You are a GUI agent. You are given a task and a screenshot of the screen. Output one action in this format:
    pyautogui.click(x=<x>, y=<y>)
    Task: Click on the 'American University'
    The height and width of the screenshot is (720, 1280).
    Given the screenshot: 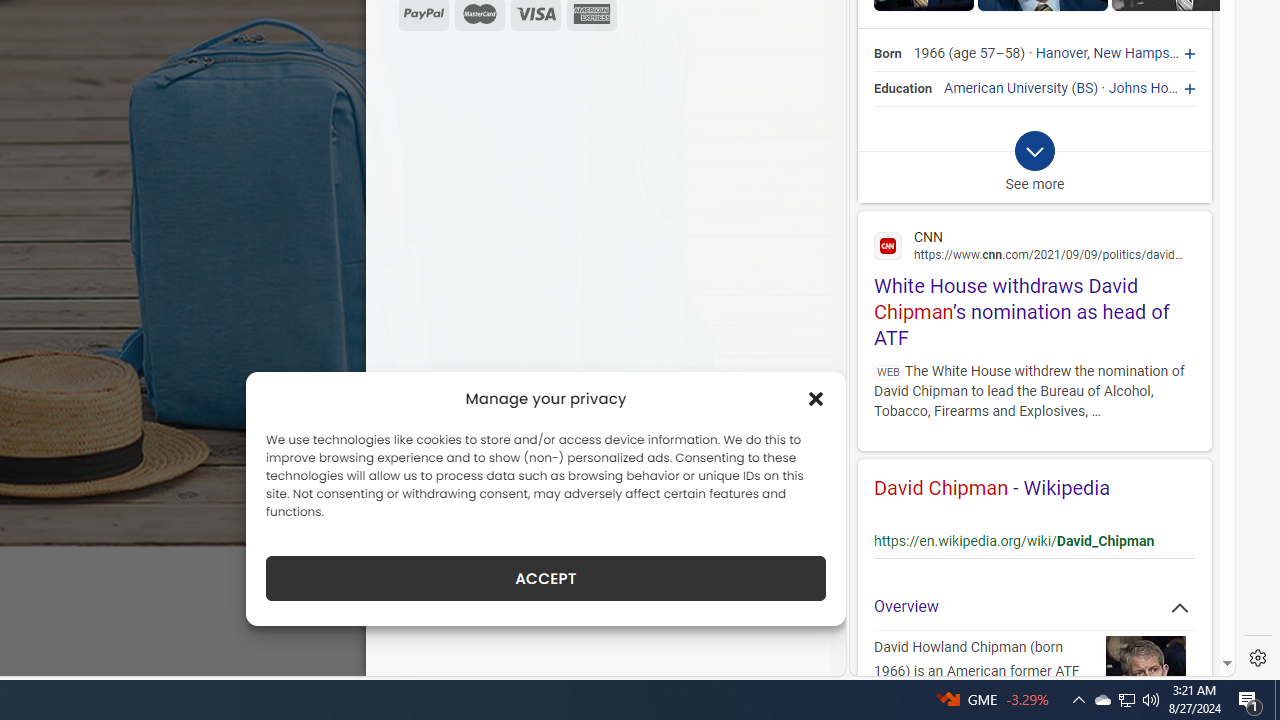 What is the action you would take?
    pyautogui.click(x=1006, y=87)
    